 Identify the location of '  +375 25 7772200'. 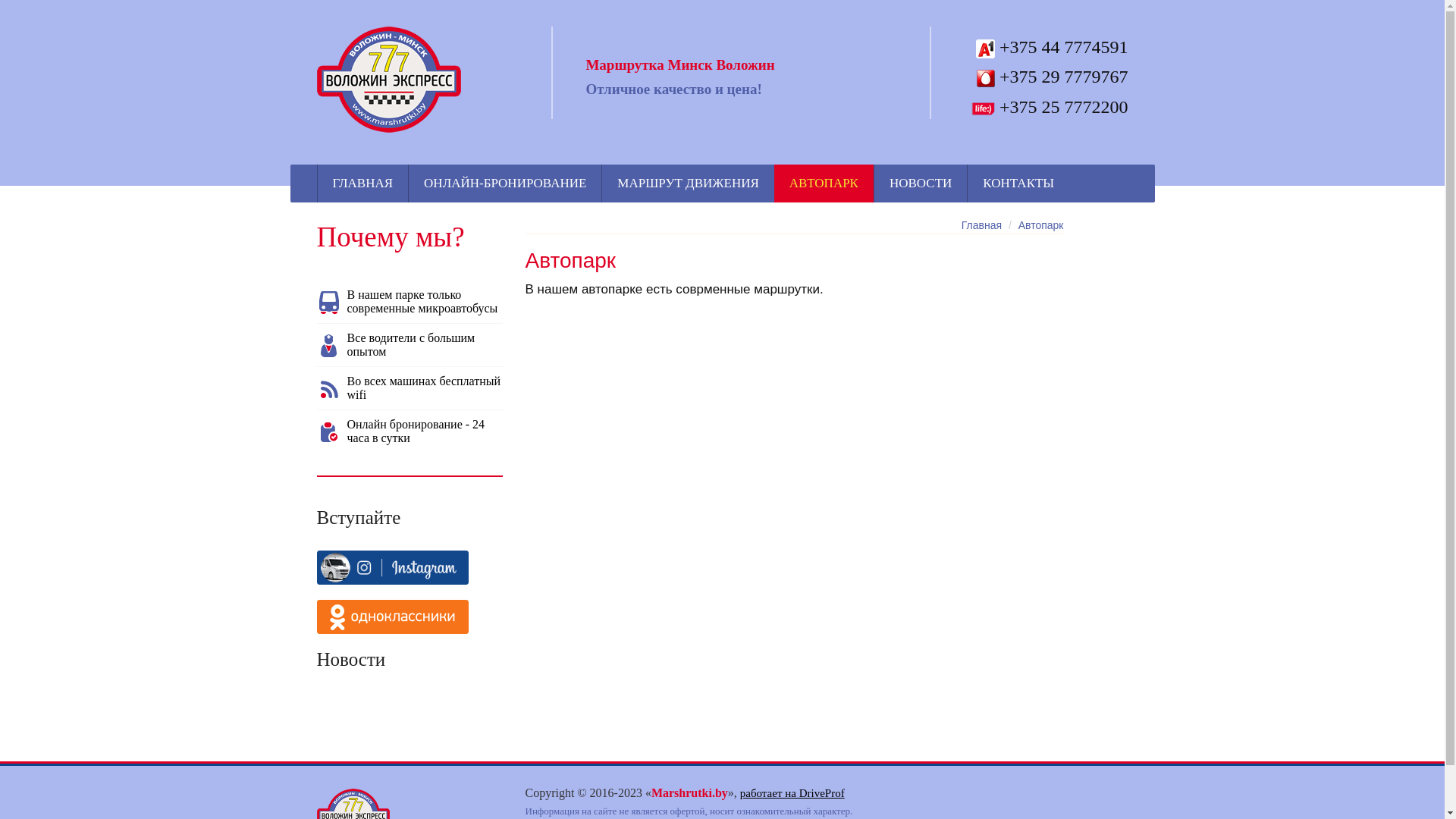
(1047, 106).